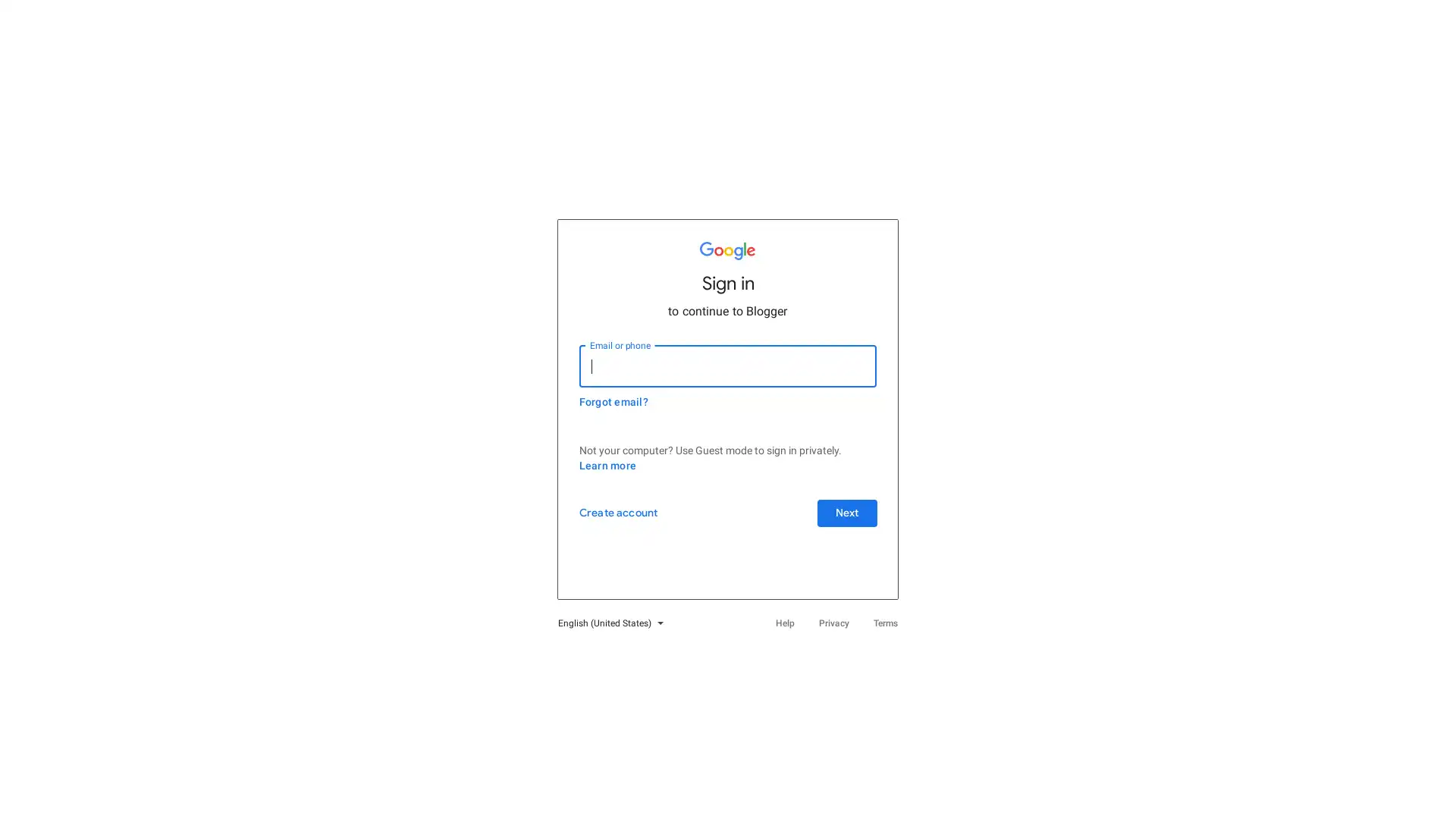  I want to click on Next, so click(836, 526).